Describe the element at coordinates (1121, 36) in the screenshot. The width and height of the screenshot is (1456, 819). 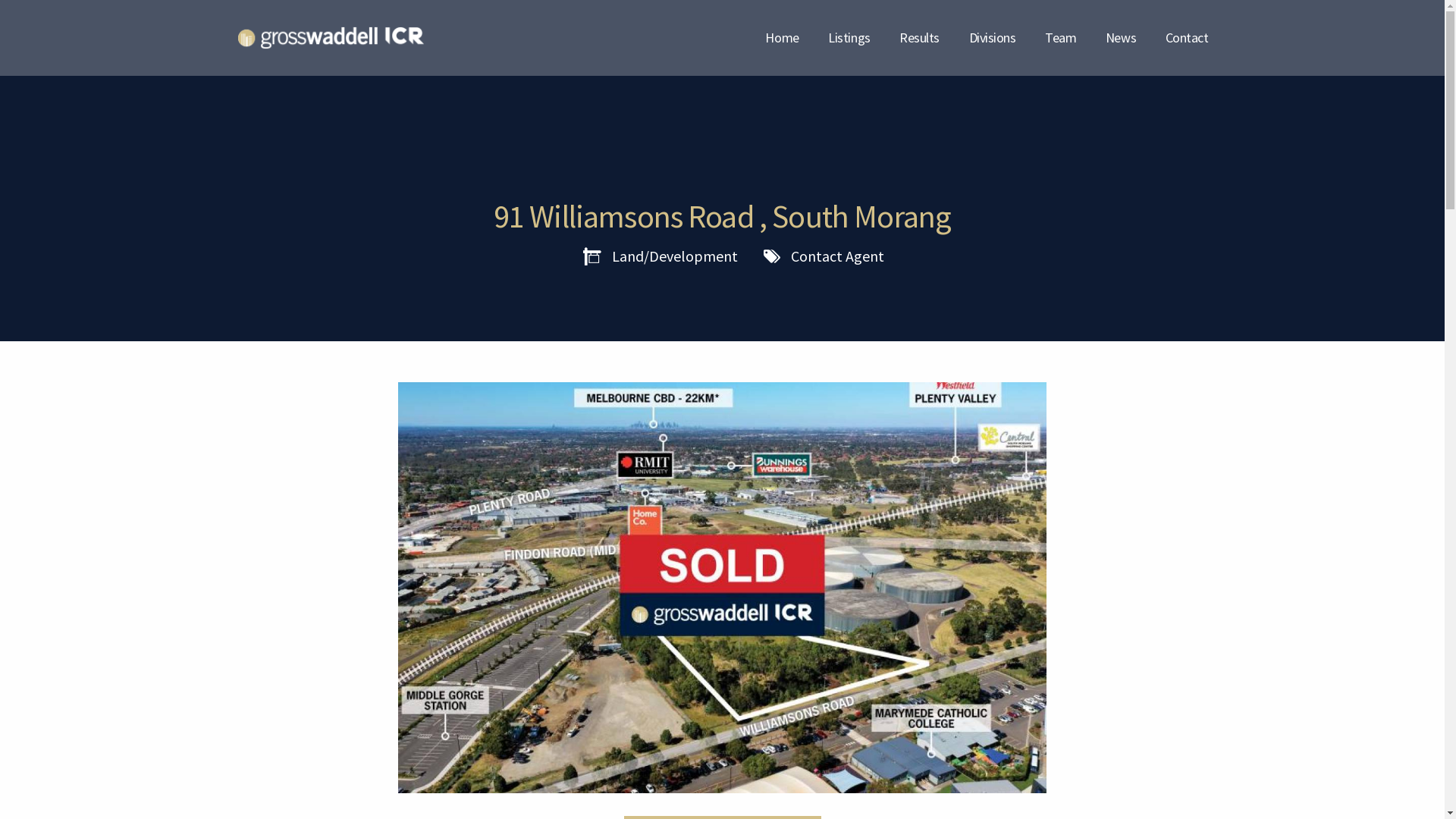
I see `'News'` at that location.